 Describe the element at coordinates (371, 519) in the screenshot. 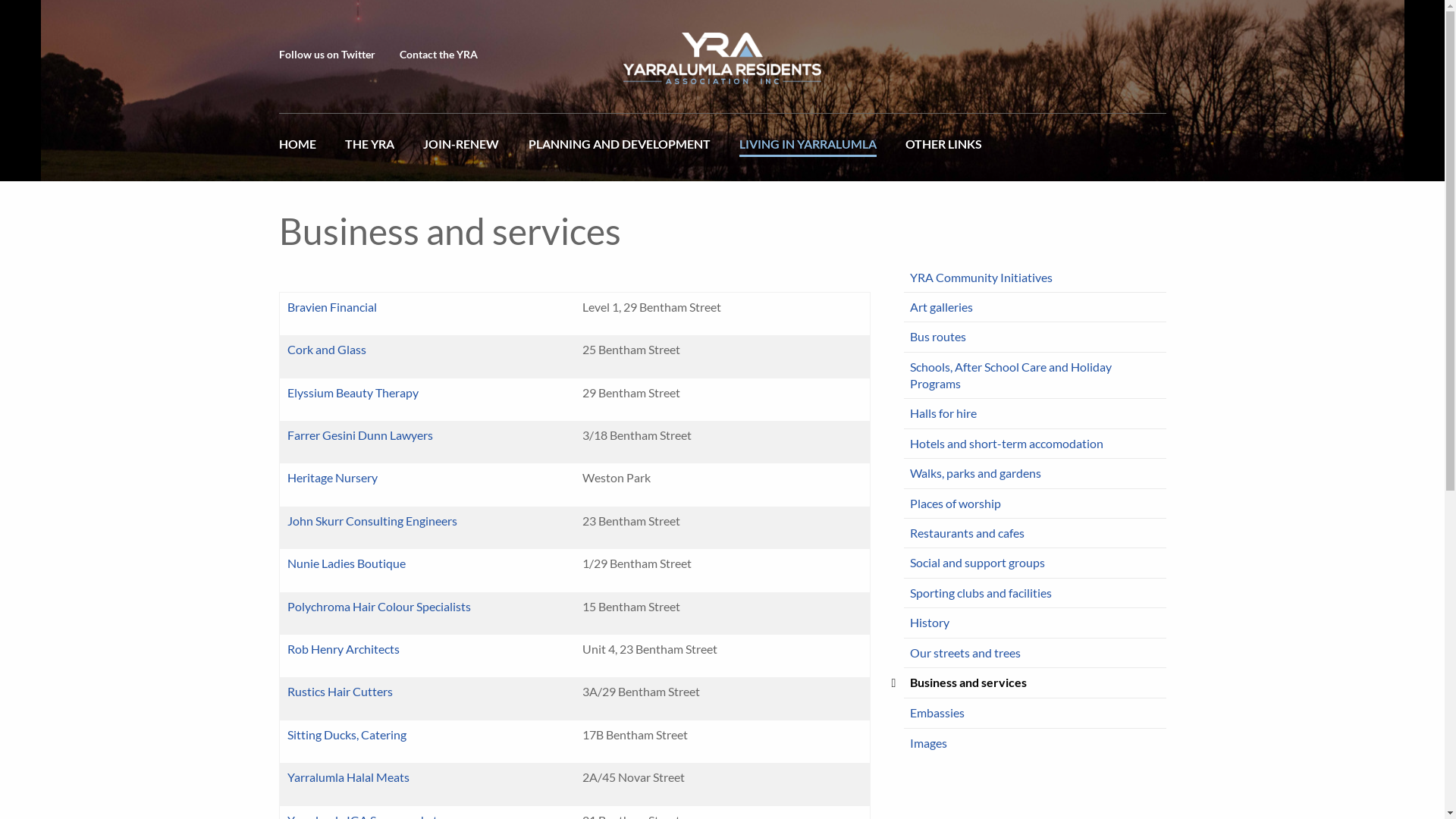

I see `'John Skurr Consulting Engineers'` at that location.